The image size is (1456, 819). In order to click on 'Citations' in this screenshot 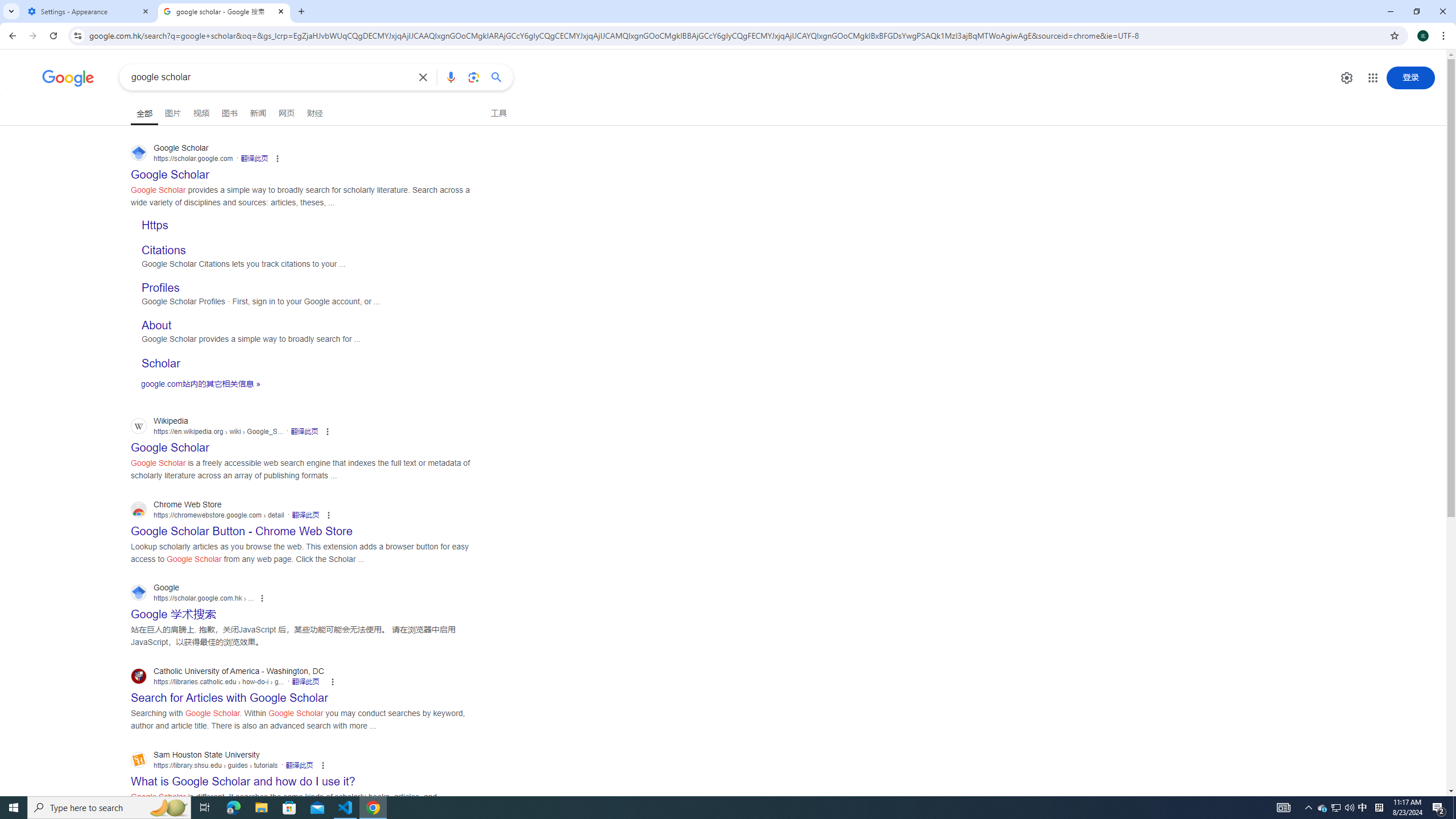, I will do `click(164, 249)`.